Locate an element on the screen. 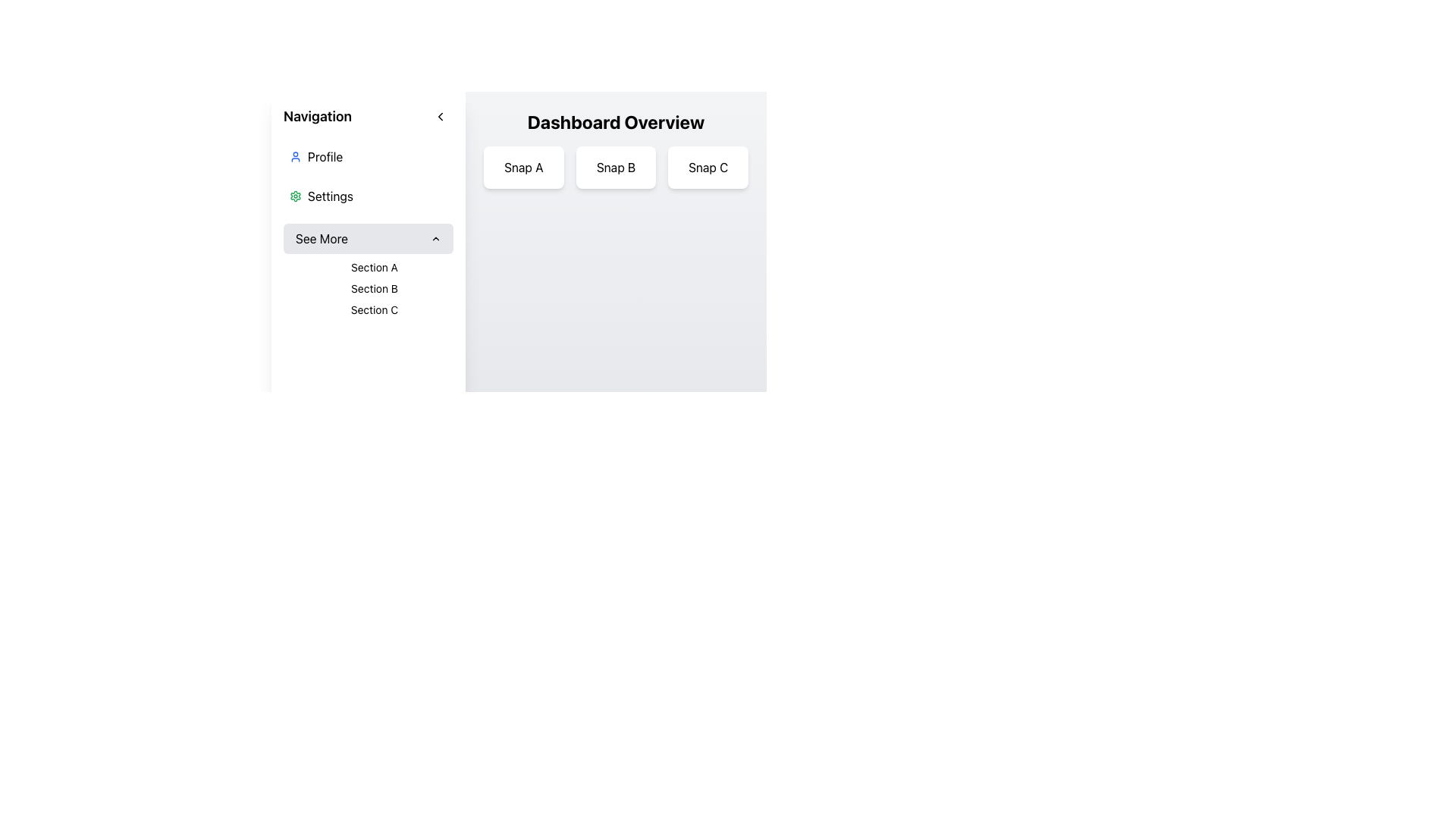  the green gear-shaped icon located in the sidebar near the 'Settings' text, positioned between the 'Profile' icon and the 'See More' expandable menu is located at coordinates (295, 195).